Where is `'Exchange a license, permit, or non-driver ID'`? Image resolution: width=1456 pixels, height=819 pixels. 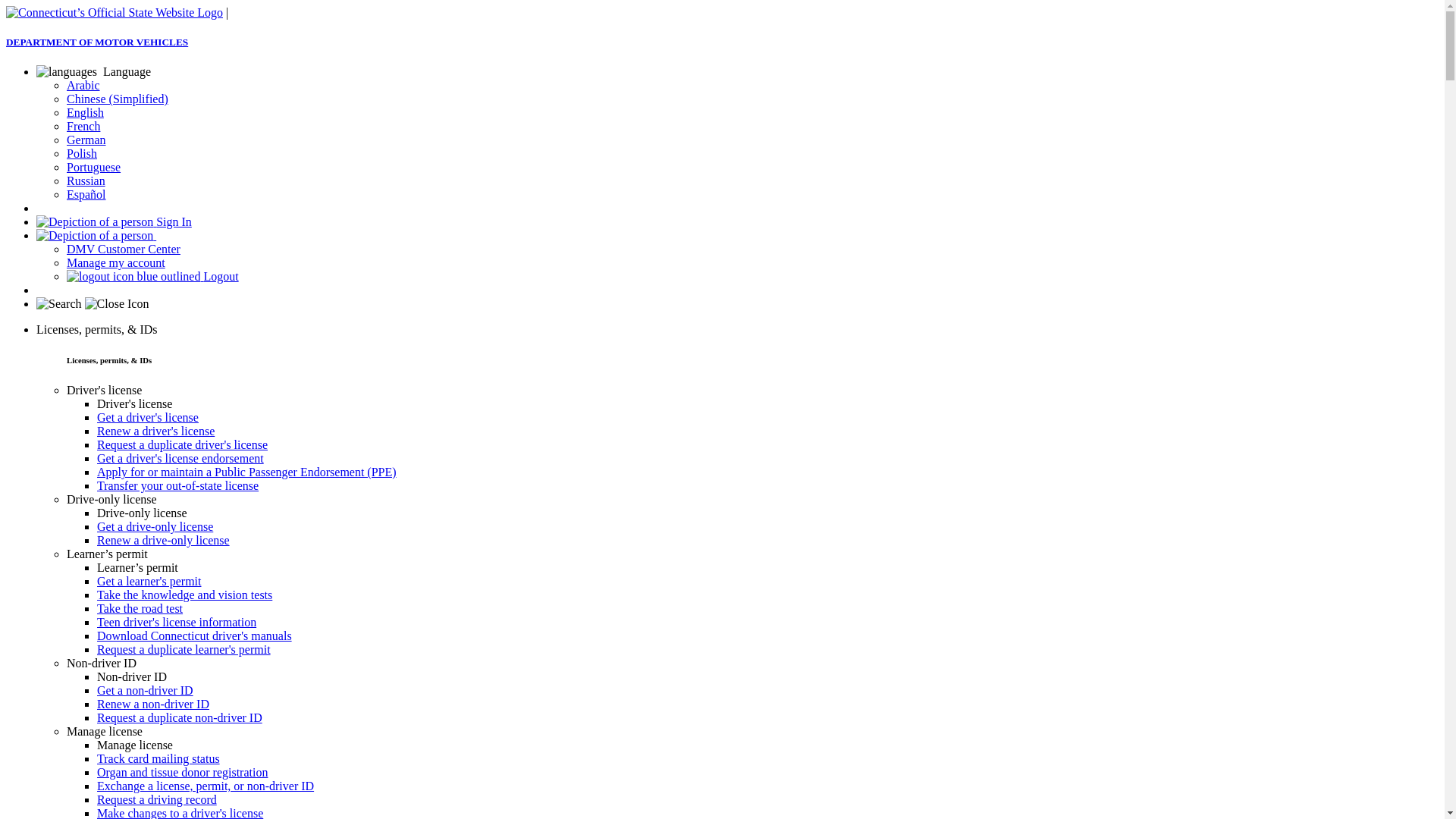
'Exchange a license, permit, or non-driver ID' is located at coordinates (204, 785).